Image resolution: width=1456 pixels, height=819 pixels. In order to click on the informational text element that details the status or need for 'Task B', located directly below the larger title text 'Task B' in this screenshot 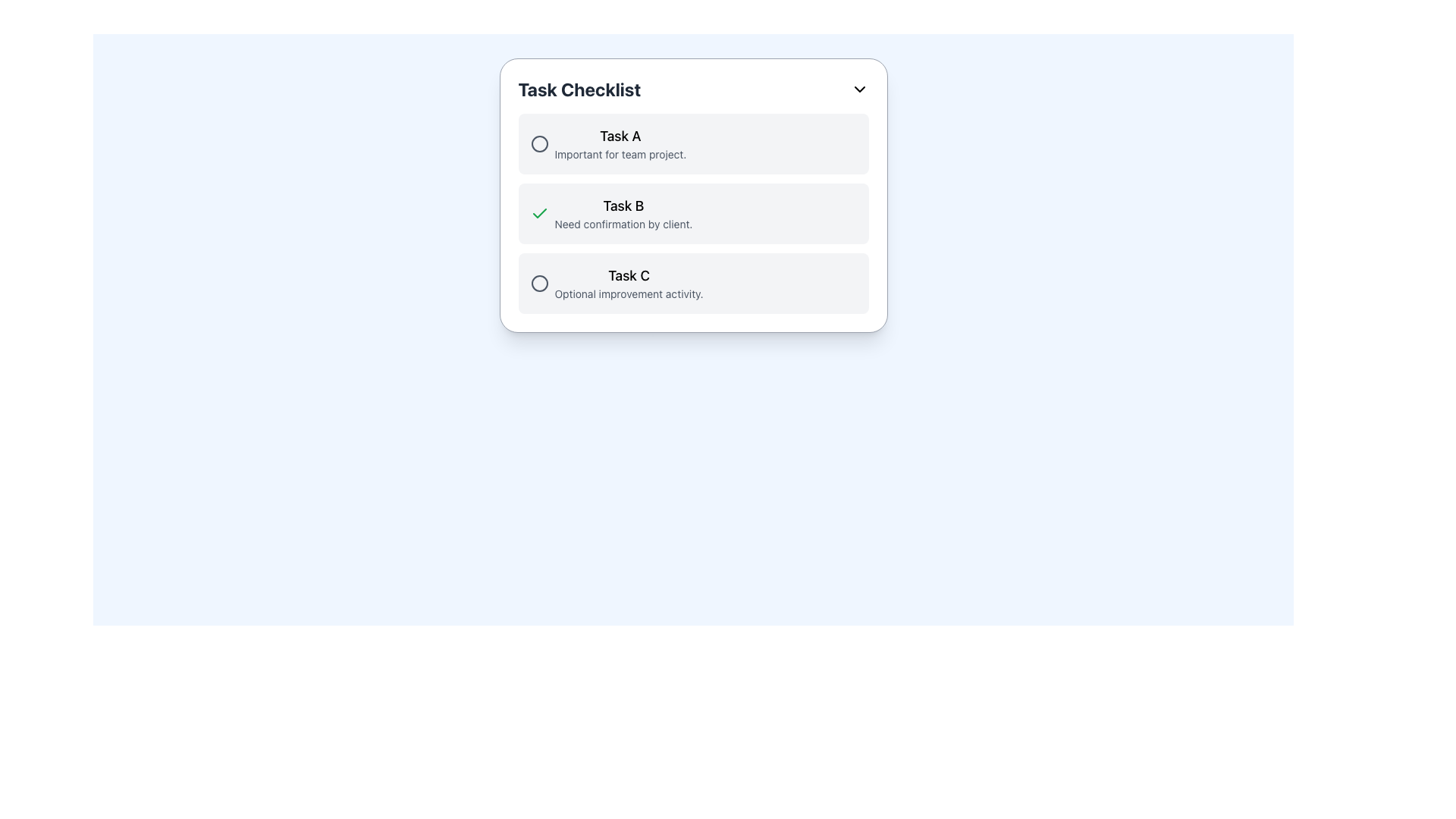, I will do `click(623, 224)`.